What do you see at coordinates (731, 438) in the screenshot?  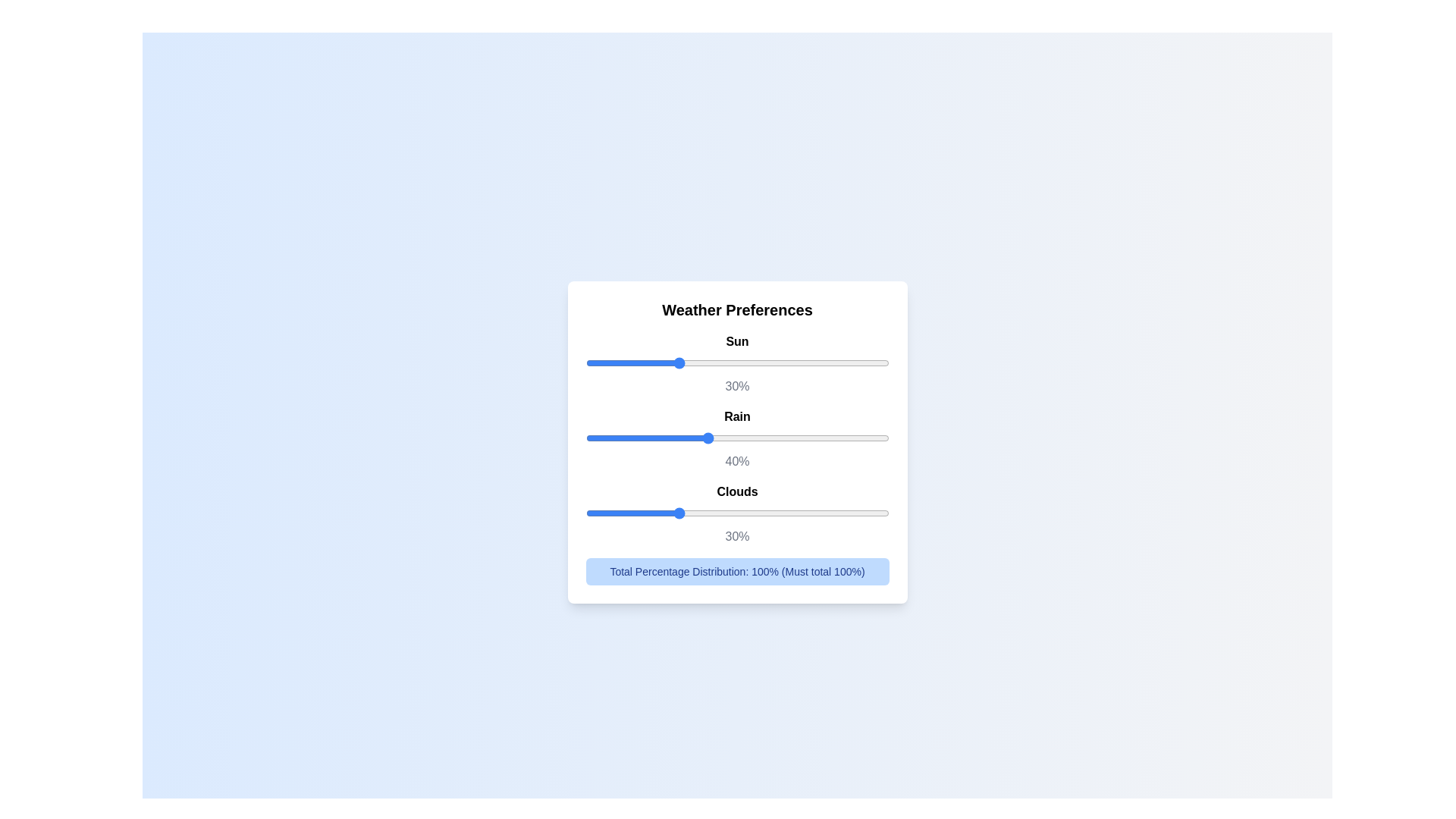 I see `the 'Rain' slider to 48%` at bounding box center [731, 438].